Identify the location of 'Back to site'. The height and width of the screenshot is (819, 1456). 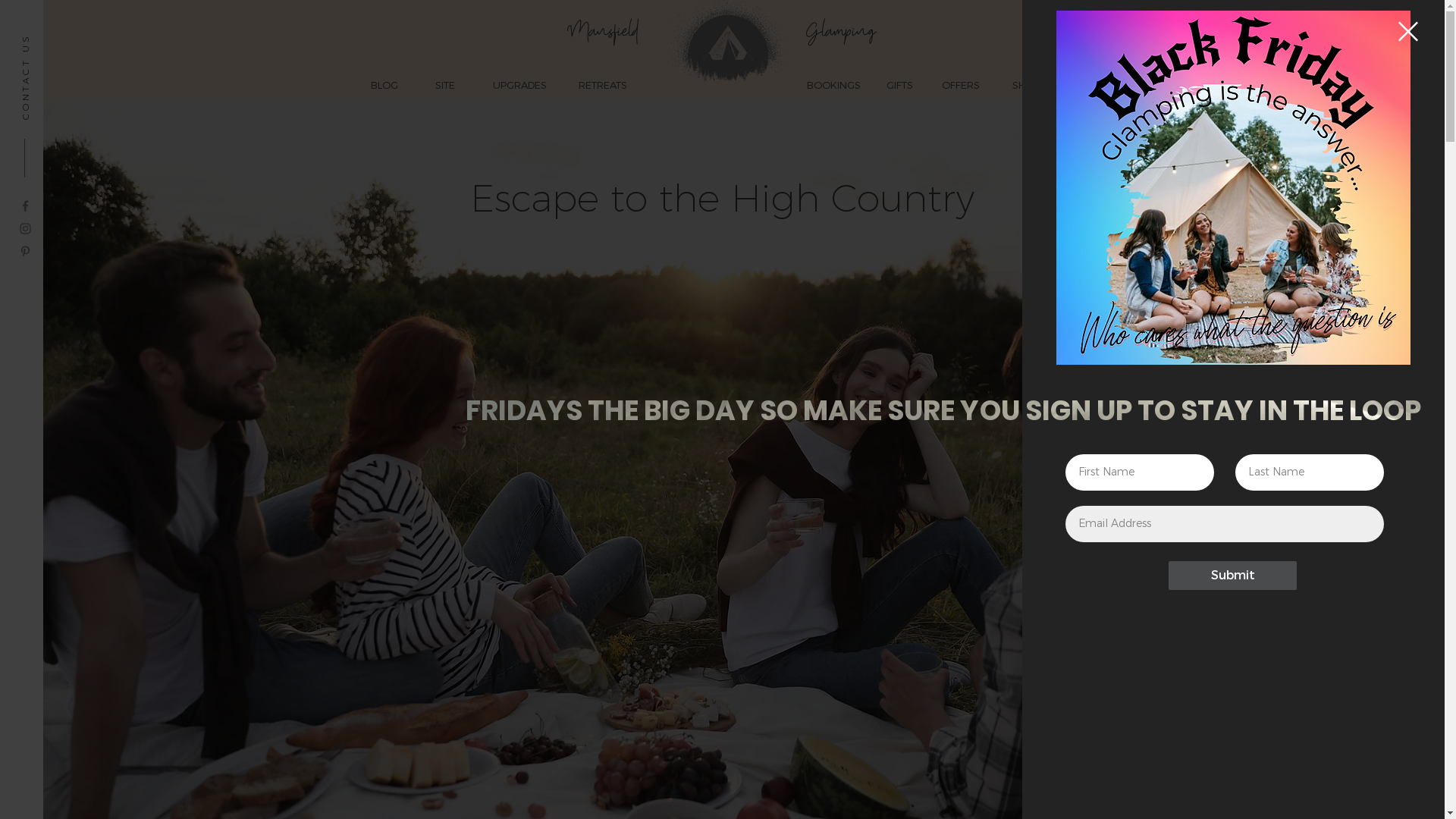
(1397, 31).